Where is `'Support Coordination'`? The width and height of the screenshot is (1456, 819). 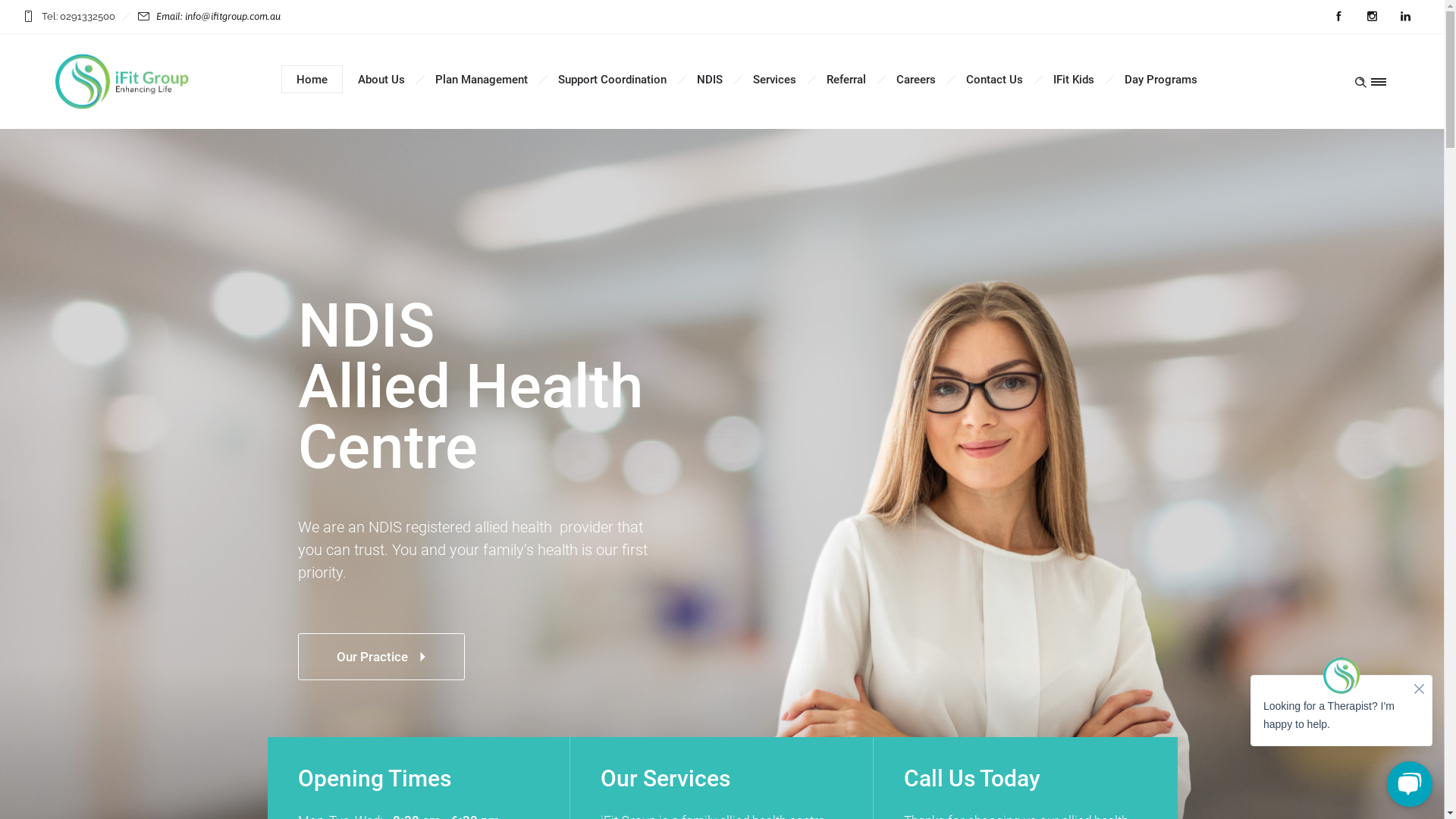 'Support Coordination' is located at coordinates (612, 79).